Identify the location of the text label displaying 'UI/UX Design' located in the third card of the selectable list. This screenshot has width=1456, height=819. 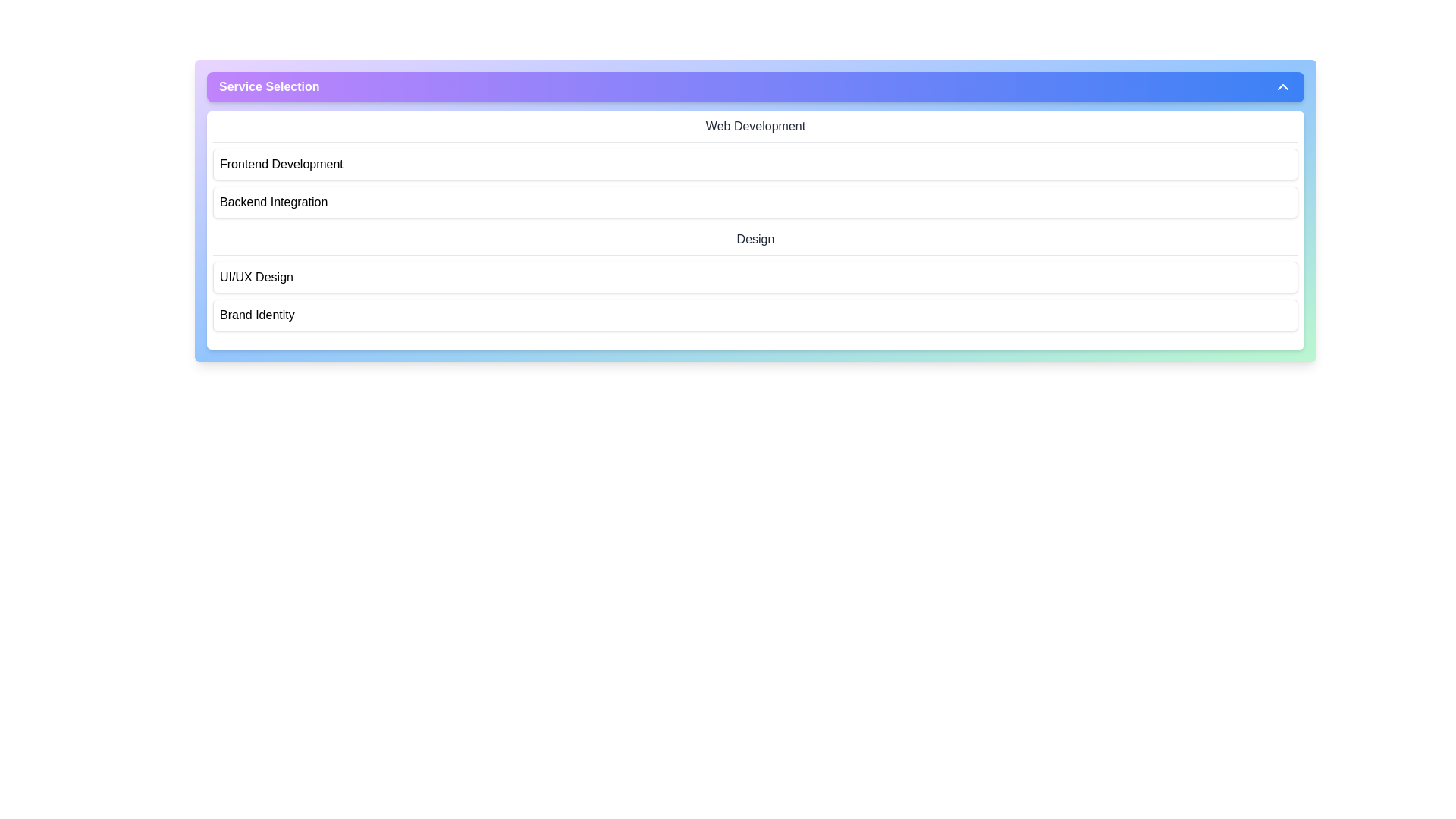
(256, 278).